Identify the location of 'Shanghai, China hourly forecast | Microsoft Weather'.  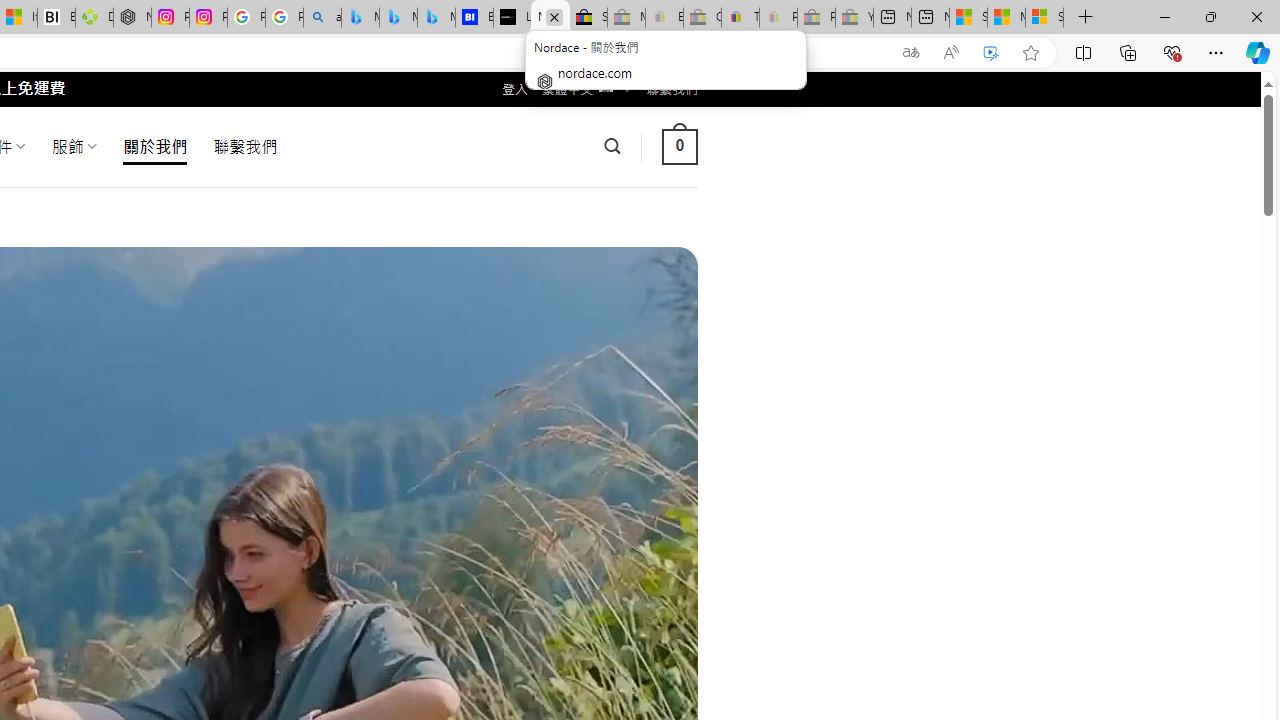
(968, 17).